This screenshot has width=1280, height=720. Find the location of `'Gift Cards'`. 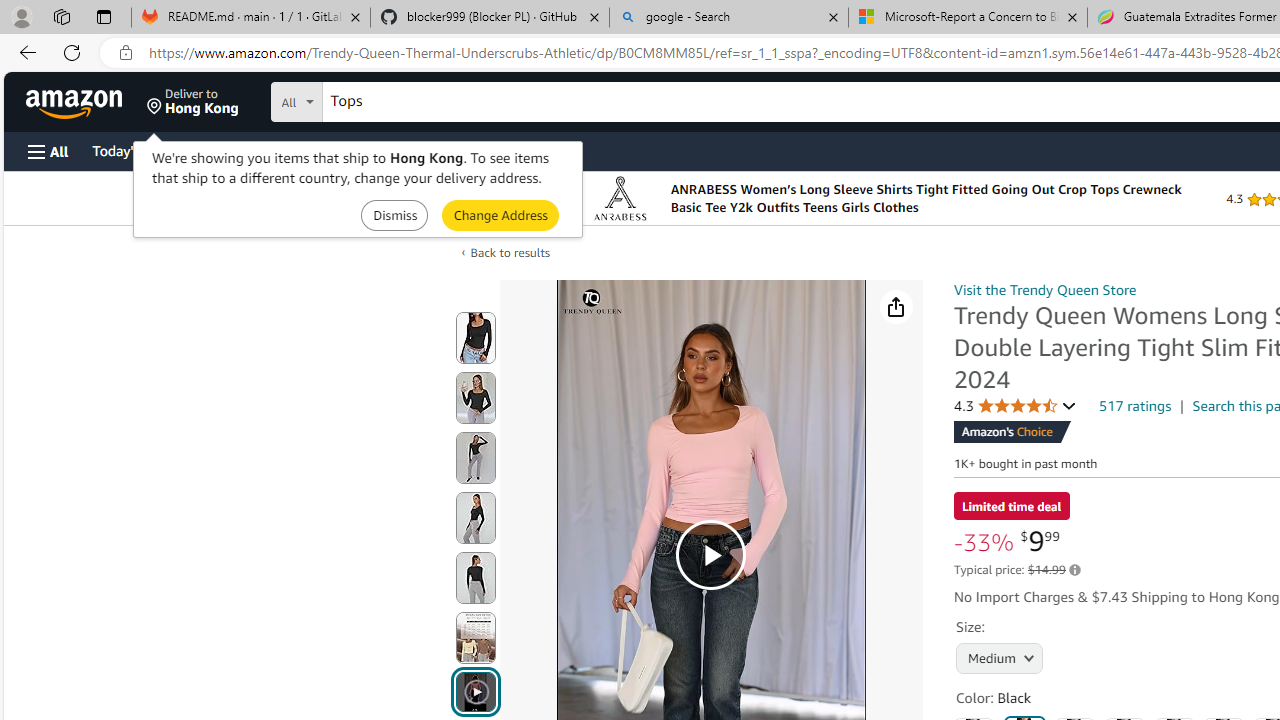

'Gift Cards' is located at coordinates (441, 149).